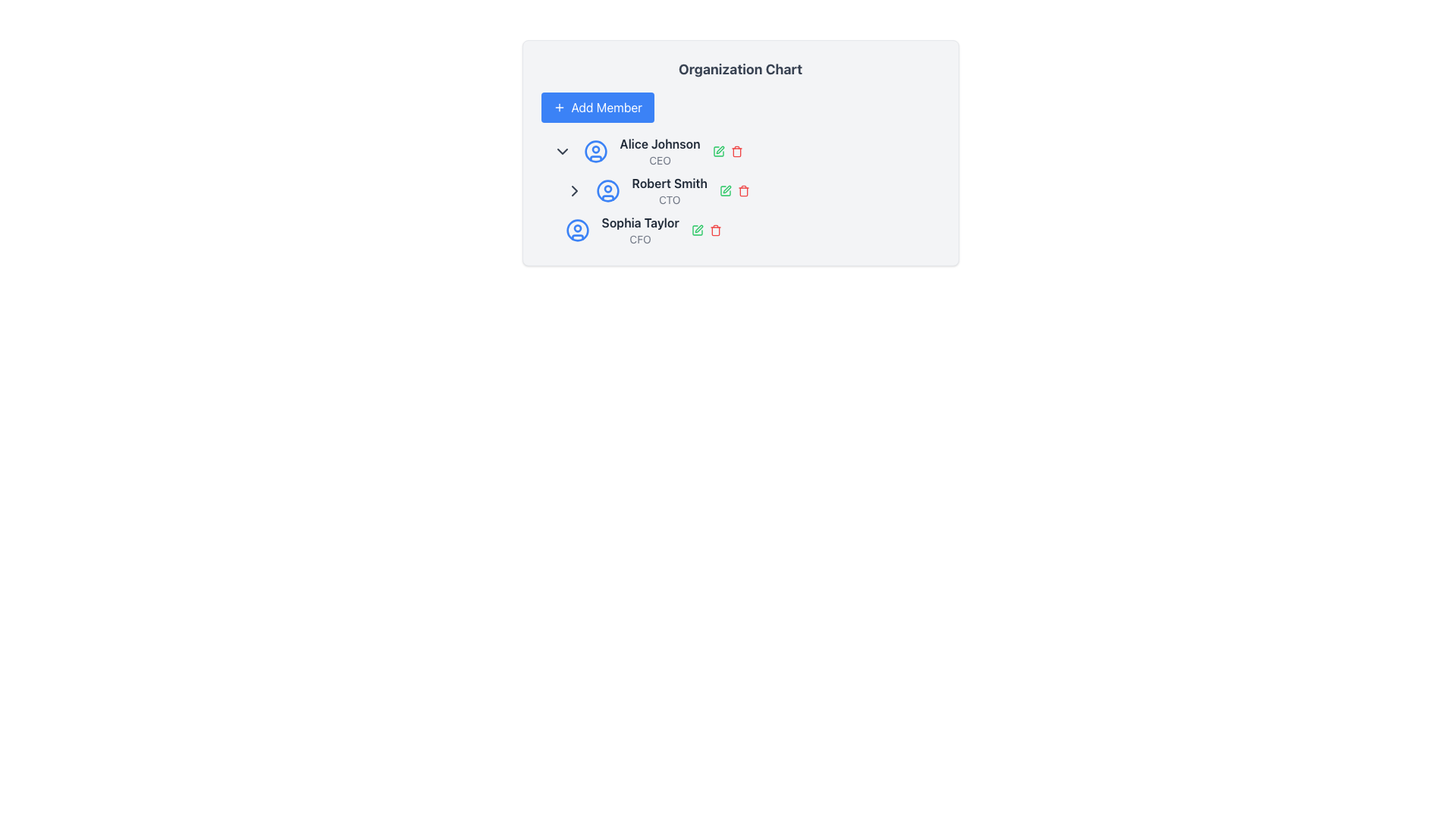  What do you see at coordinates (696, 231) in the screenshot?
I see `the small green icon resembling a pencil or pen associated with editing, located near the right-hand side of 'Robert Smith CTO'` at bounding box center [696, 231].